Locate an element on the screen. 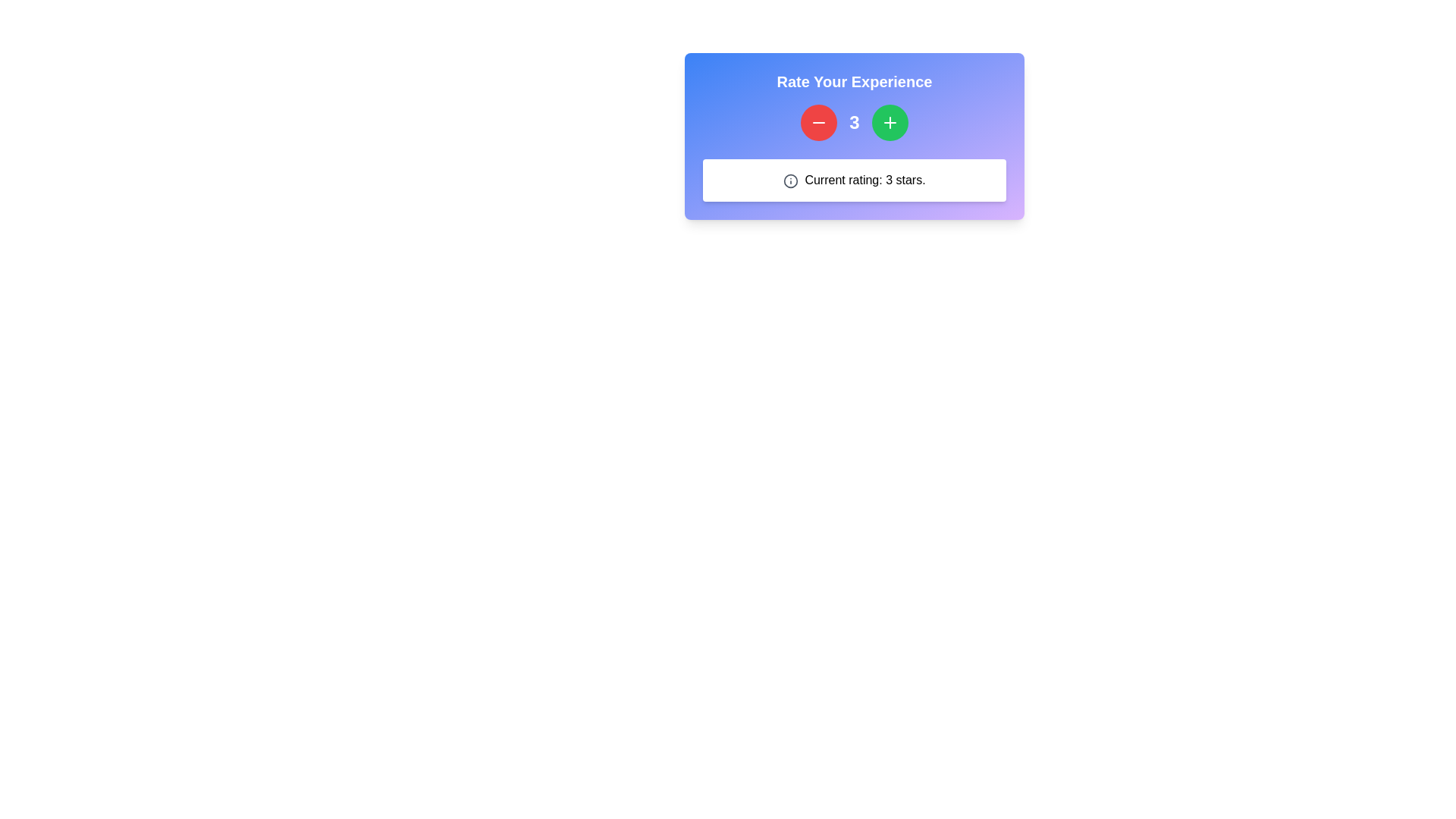  the text label that displays the current rating value, located between the red circular minus button and the green circular plus button is located at coordinates (855, 122).